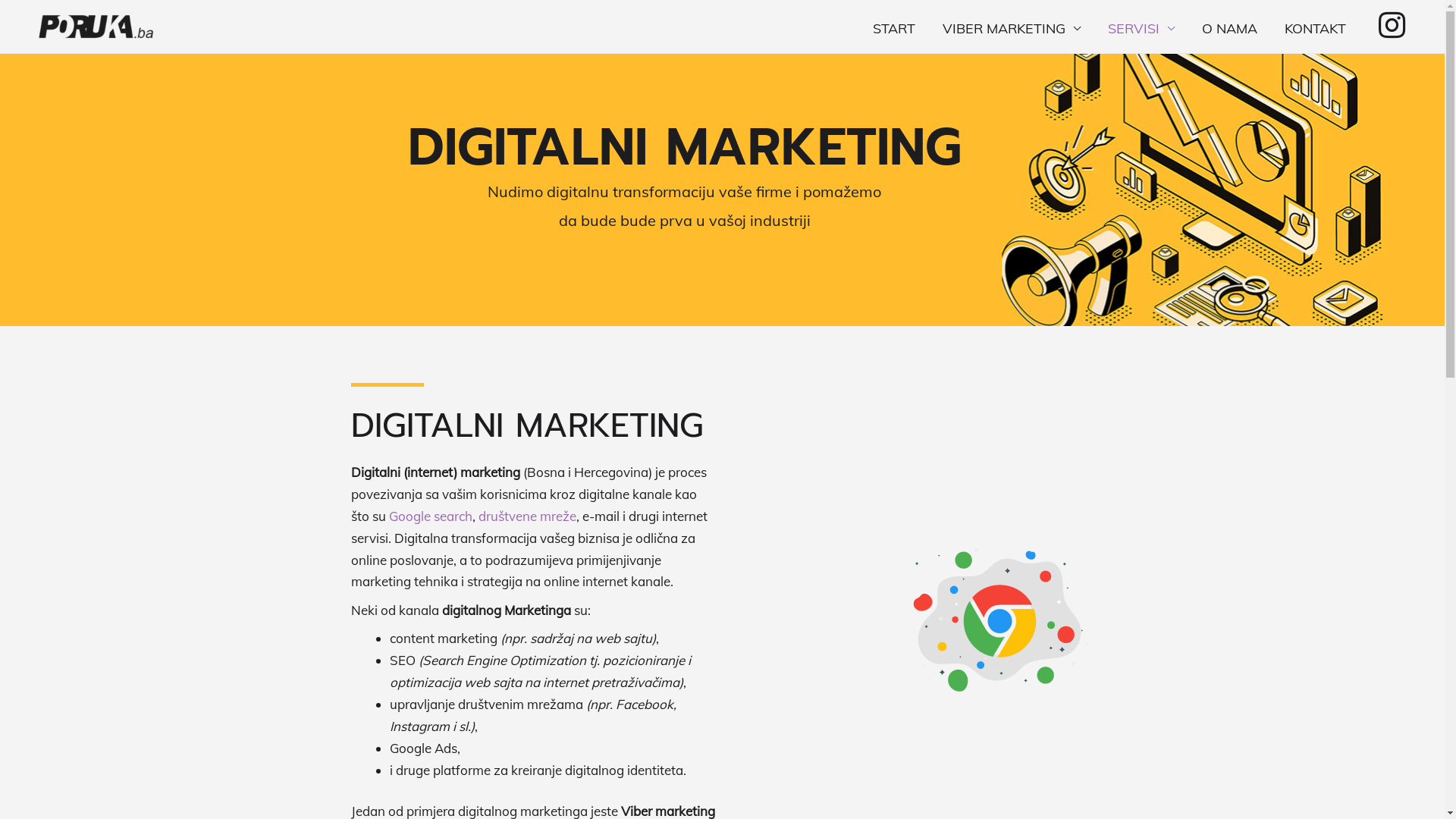 This screenshot has width=1456, height=819. Describe the element at coordinates (1314, 28) in the screenshot. I see `'KONTAKT'` at that location.